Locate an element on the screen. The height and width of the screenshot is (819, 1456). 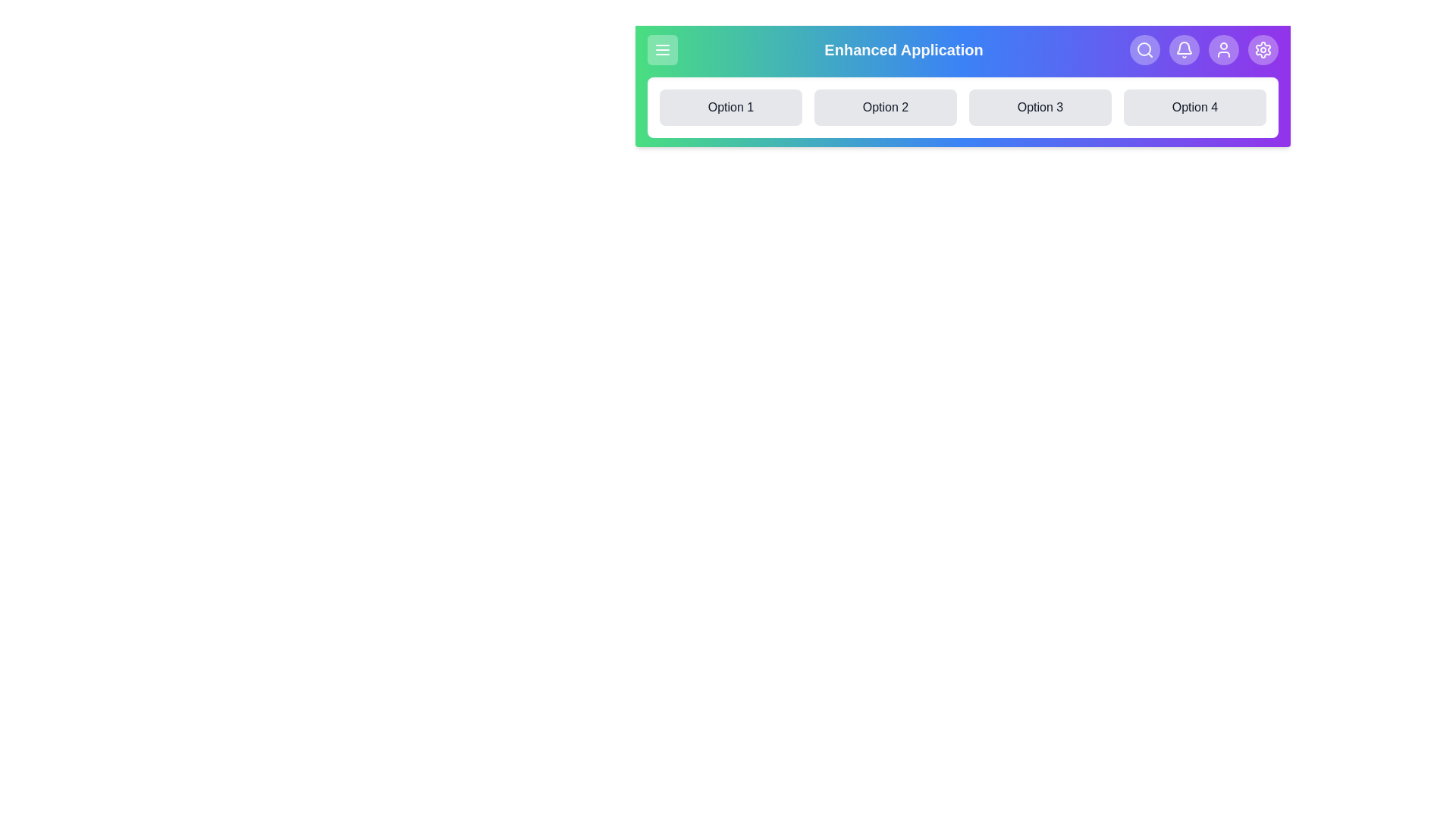
the menu button to toggle the menu visibility is located at coordinates (662, 49).